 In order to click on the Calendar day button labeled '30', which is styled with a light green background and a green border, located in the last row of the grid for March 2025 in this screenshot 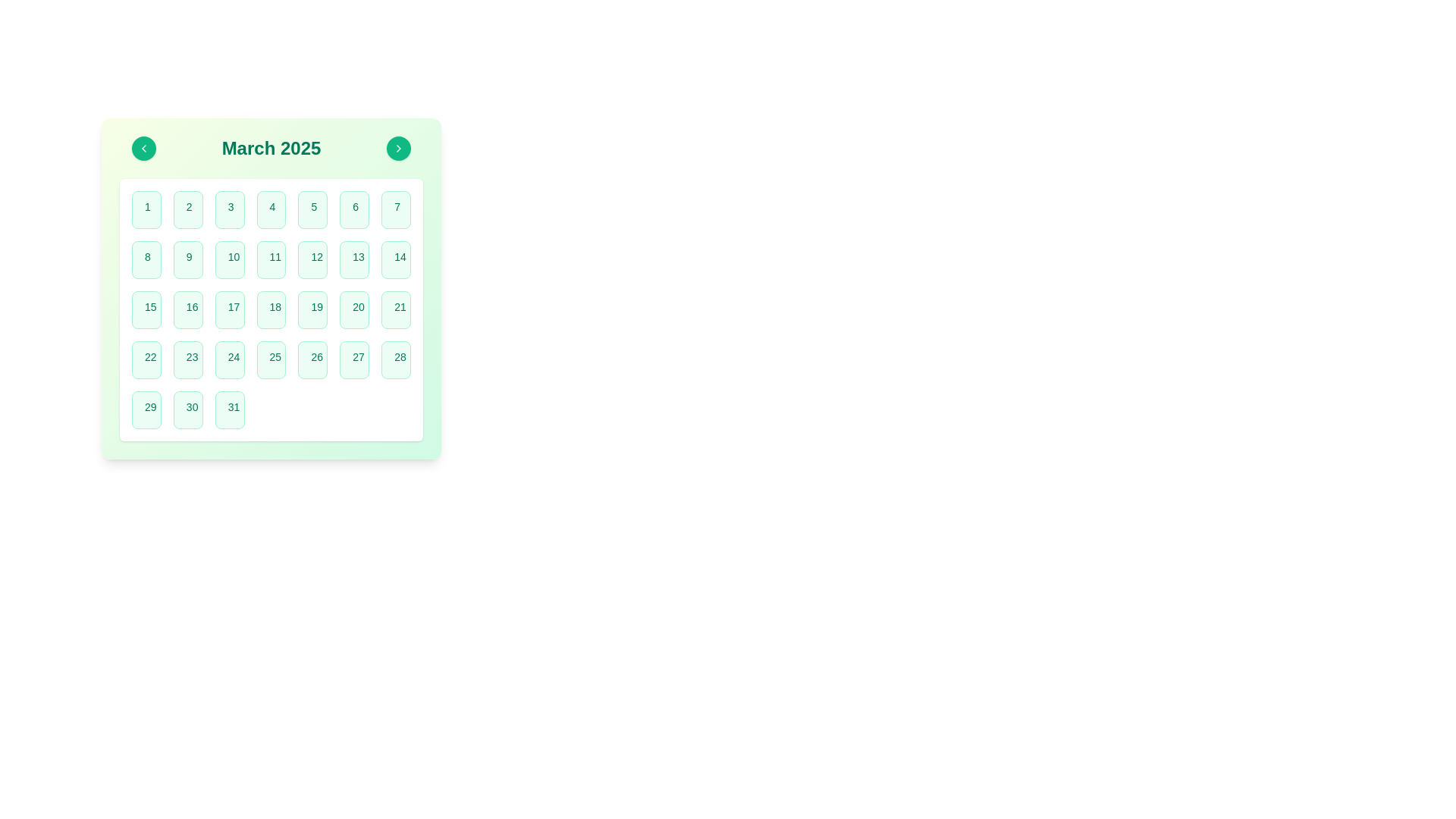, I will do `click(187, 409)`.